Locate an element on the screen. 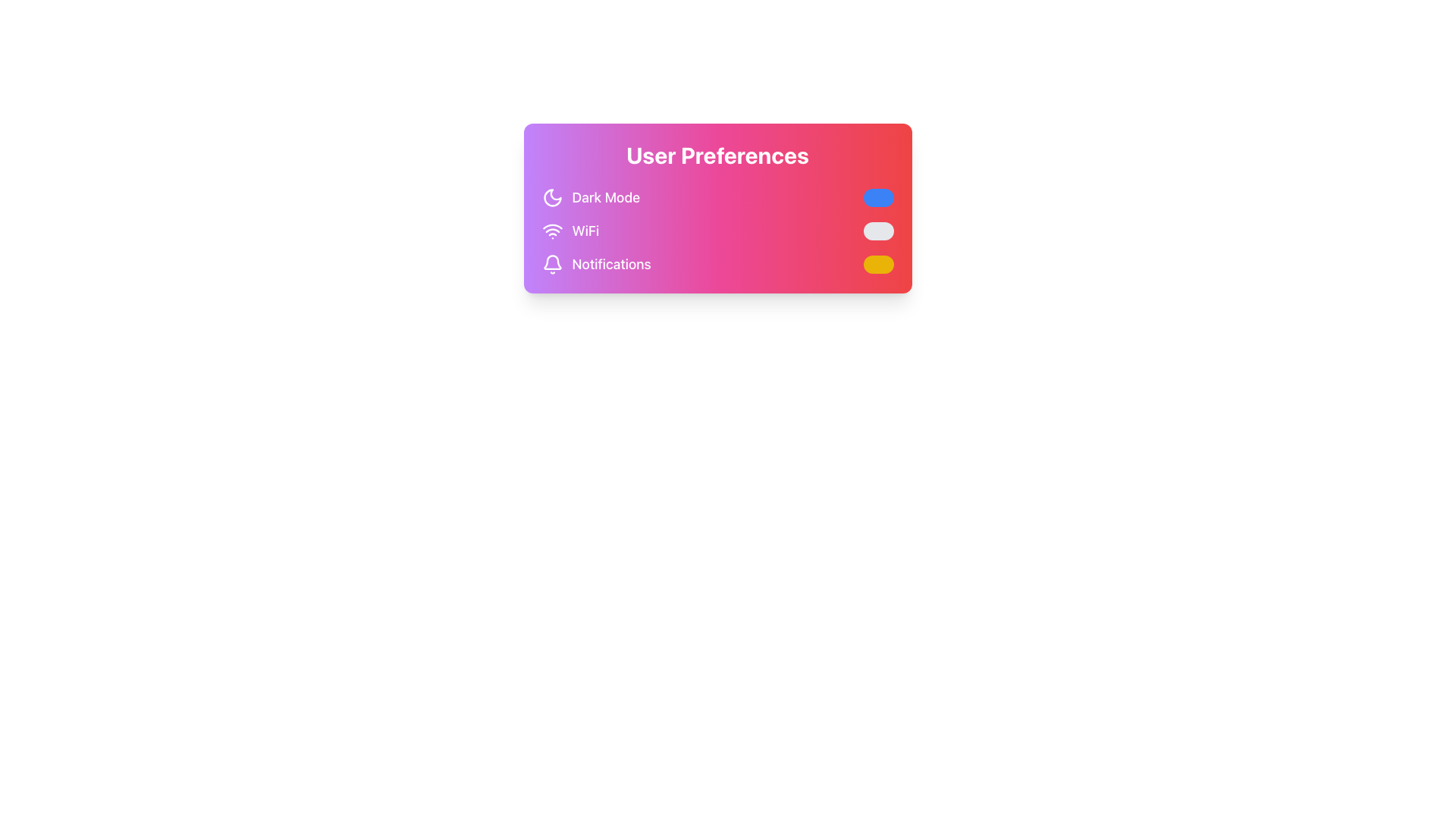  the notification setting label located in the 'User Preferences' section, positioned as the last option below 'WiFi' is located at coordinates (595, 263).